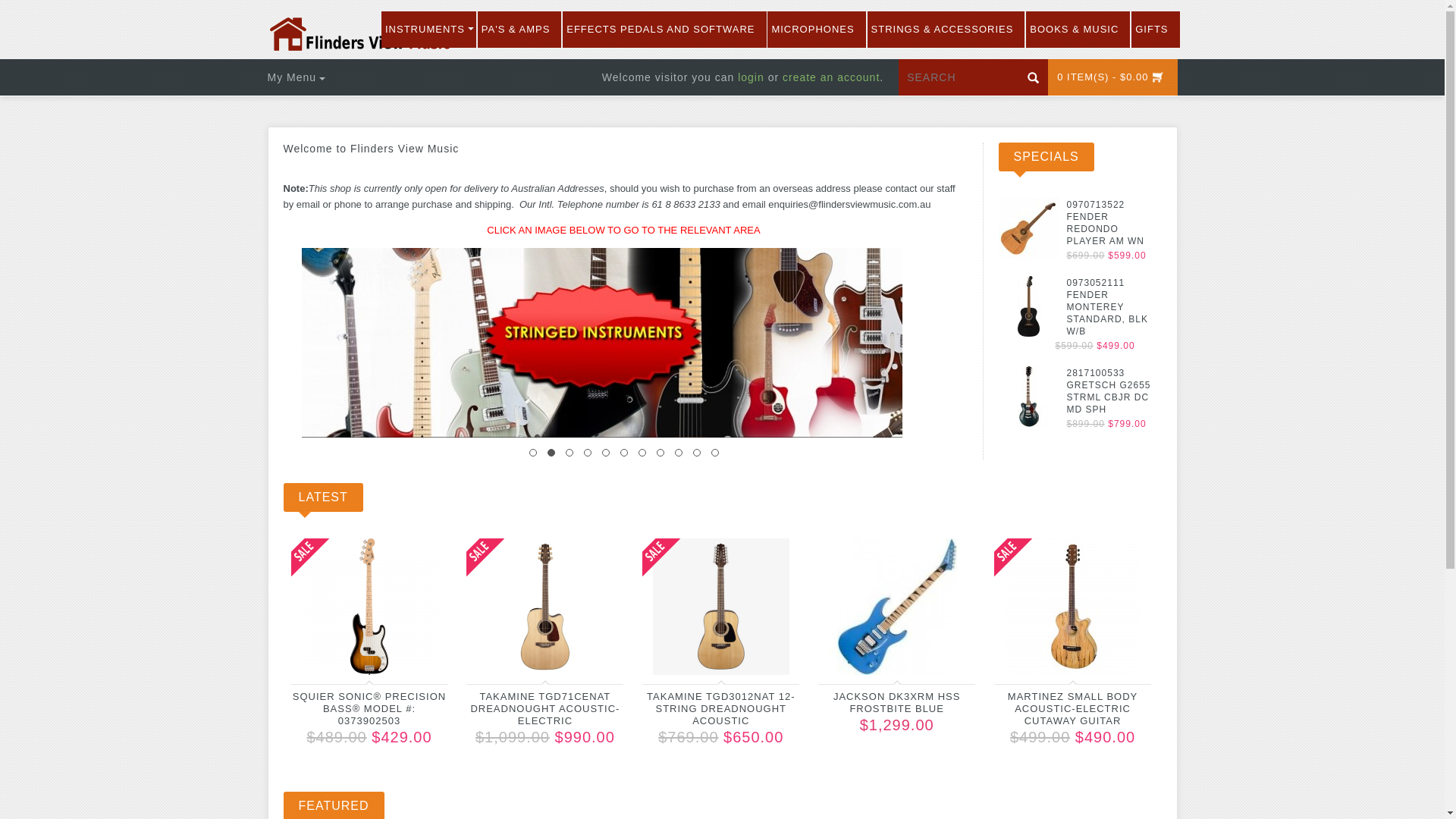  What do you see at coordinates (656, 452) in the screenshot?
I see `'8'` at bounding box center [656, 452].